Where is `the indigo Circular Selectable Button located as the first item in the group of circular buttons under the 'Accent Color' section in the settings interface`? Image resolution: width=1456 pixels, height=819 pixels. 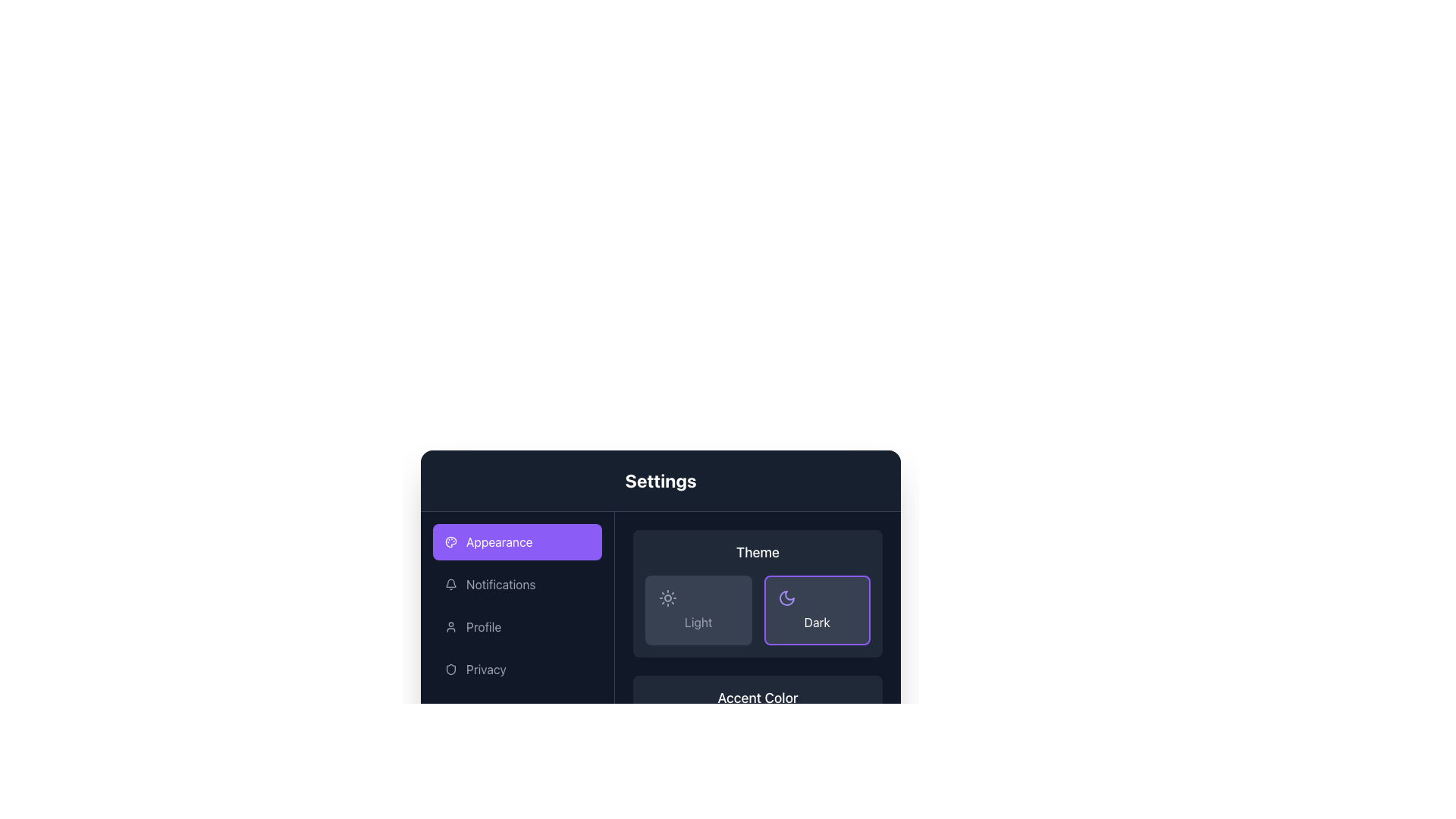 the indigo Circular Selectable Button located as the first item in the group of circular buttons under the 'Accent Color' section in the settings interface is located at coordinates (660, 736).